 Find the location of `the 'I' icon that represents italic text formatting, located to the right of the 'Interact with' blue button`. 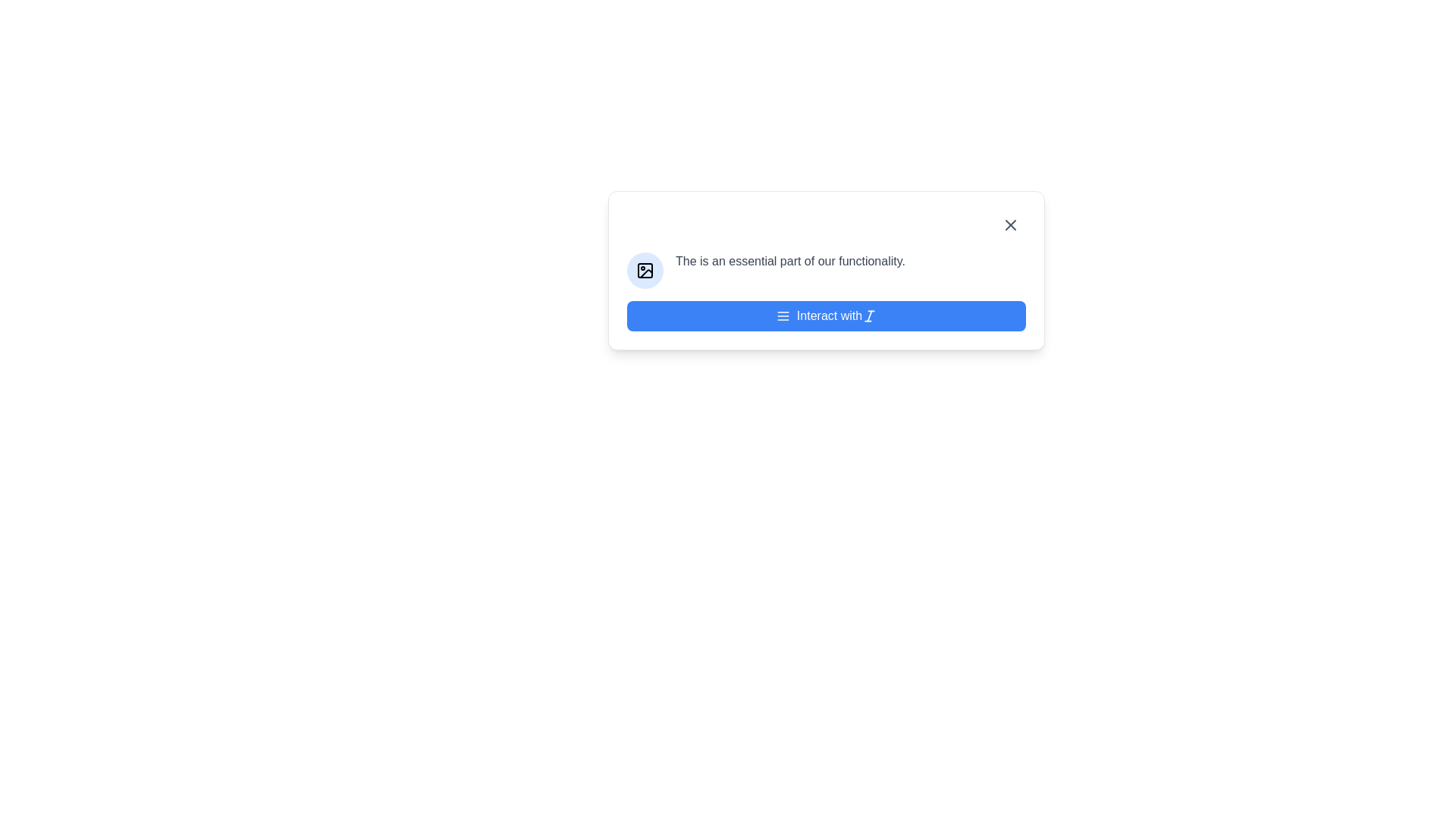

the 'I' icon that represents italic text formatting, located to the right of the 'Interact with' blue button is located at coordinates (870, 315).